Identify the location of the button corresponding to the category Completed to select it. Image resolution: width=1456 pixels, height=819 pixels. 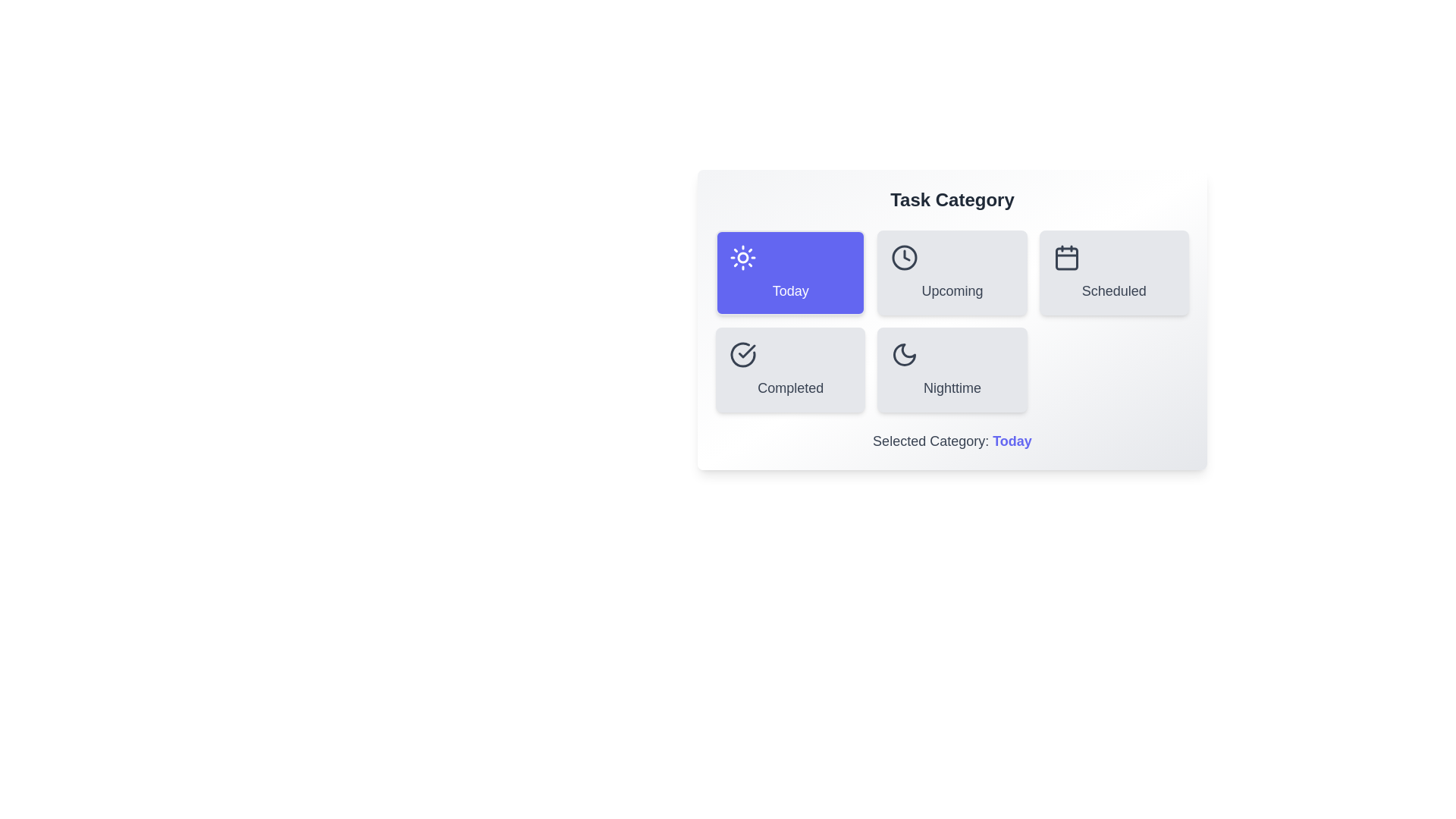
(789, 370).